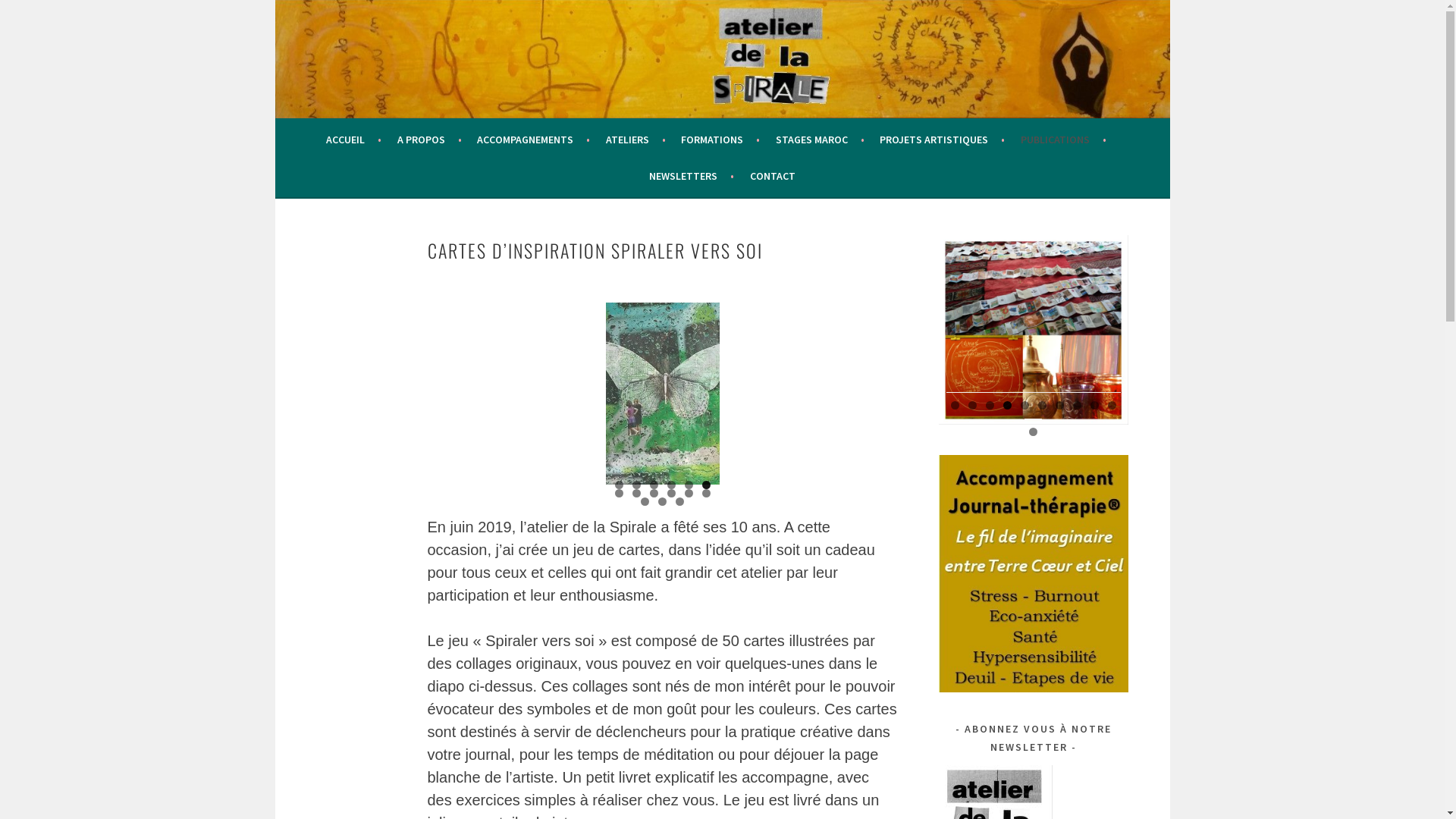 The width and height of the screenshot is (1456, 819). What do you see at coordinates (645, 501) in the screenshot?
I see `'13'` at bounding box center [645, 501].